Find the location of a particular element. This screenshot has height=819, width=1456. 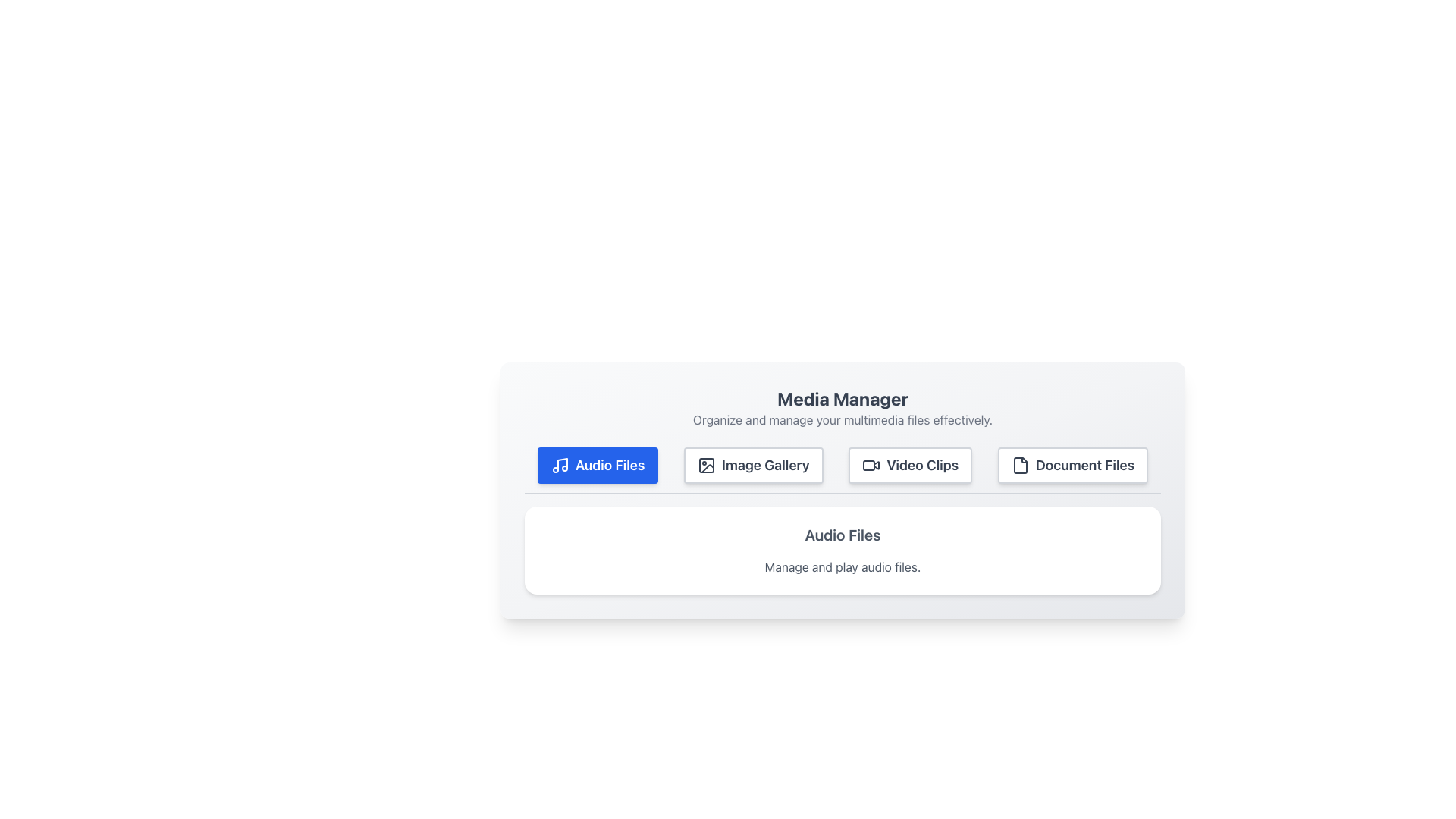

the heading text 'Media Manager' is located at coordinates (842, 406).